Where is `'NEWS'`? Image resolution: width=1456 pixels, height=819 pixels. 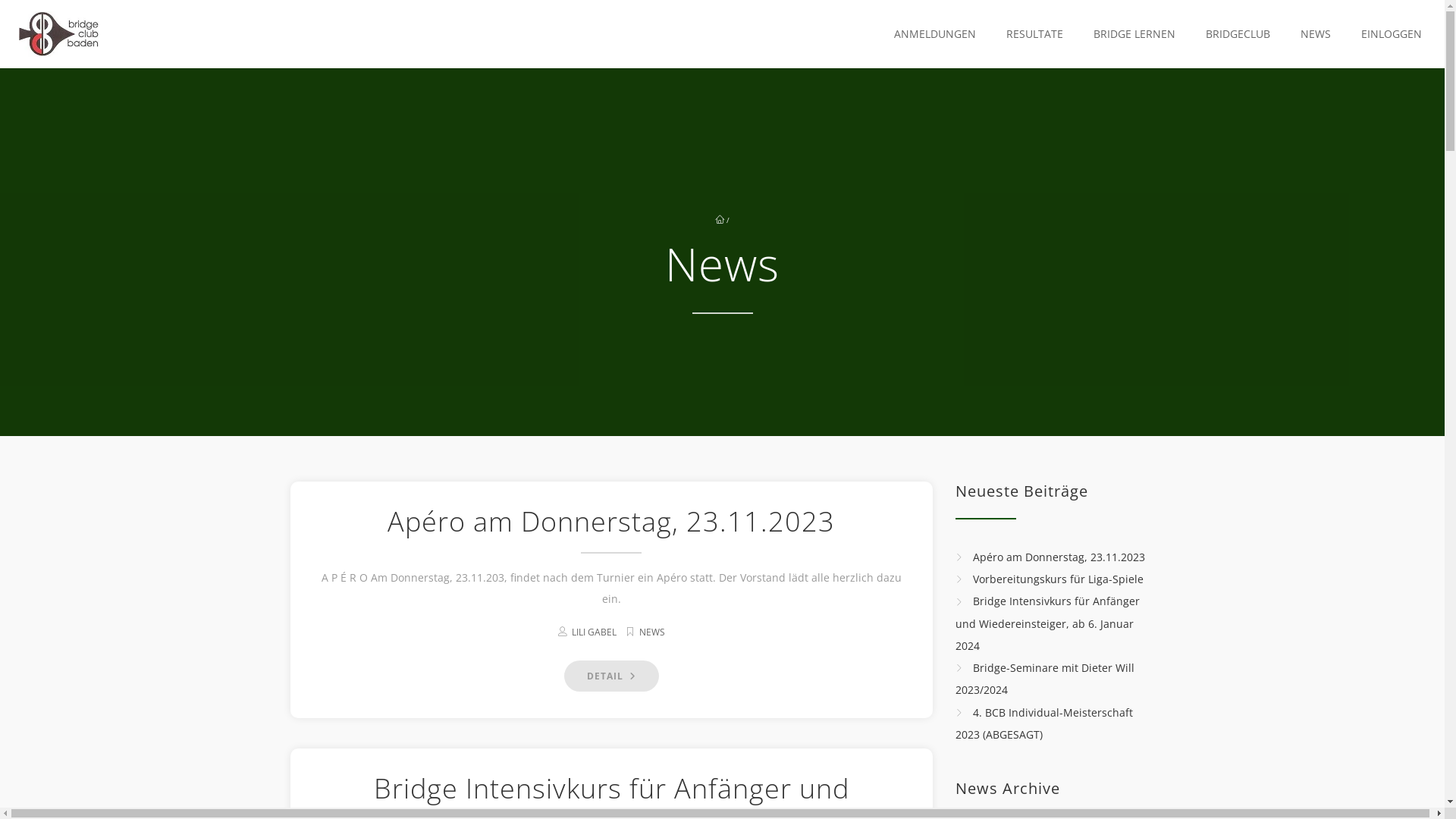
'NEWS' is located at coordinates (651, 632).